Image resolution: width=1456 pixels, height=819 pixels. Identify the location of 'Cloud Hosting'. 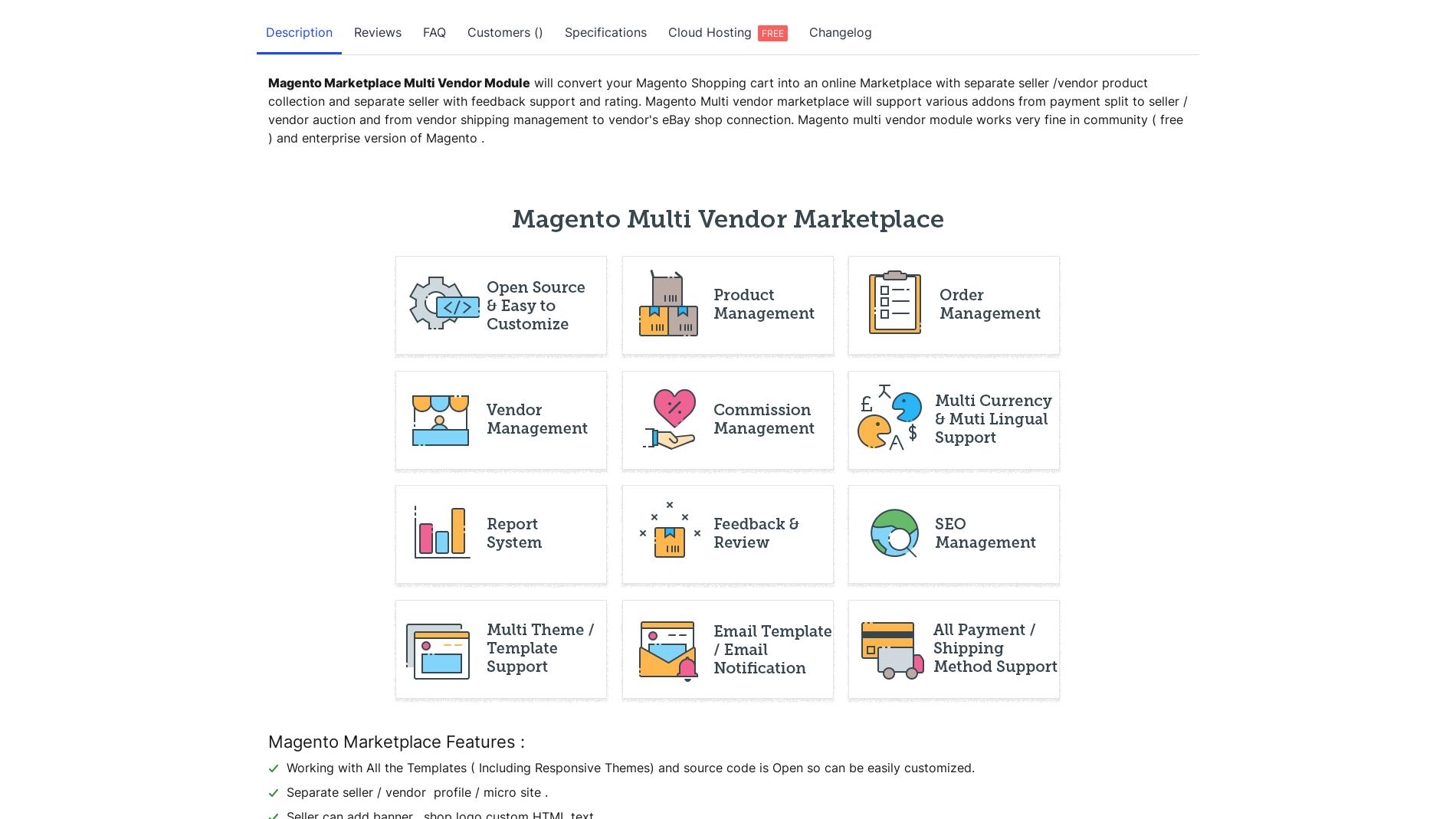
(709, 31).